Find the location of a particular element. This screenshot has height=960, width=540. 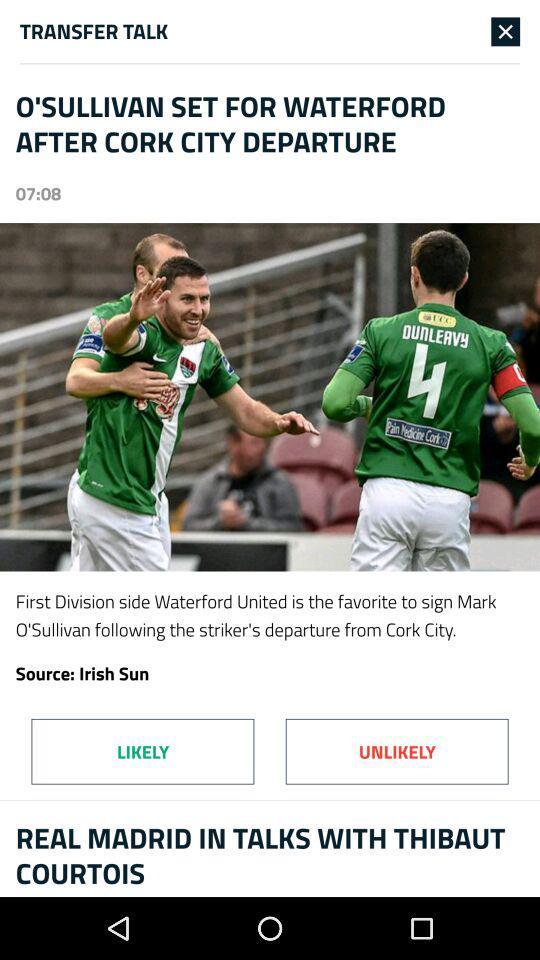

the likely item is located at coordinates (141, 750).